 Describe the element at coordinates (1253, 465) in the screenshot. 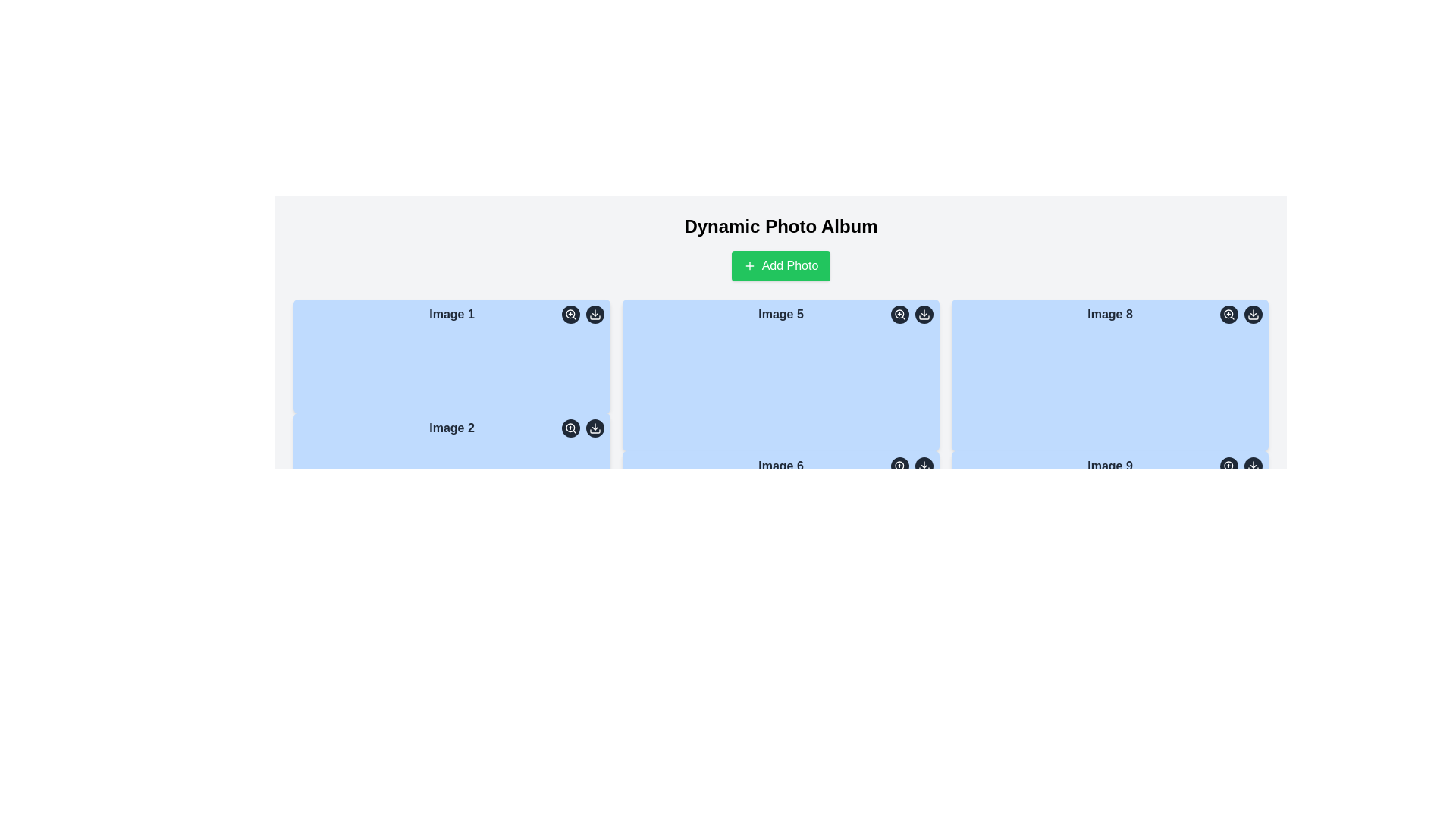

I see `the download button located at the top-right corner of the card labeled 'Image 9'` at that location.